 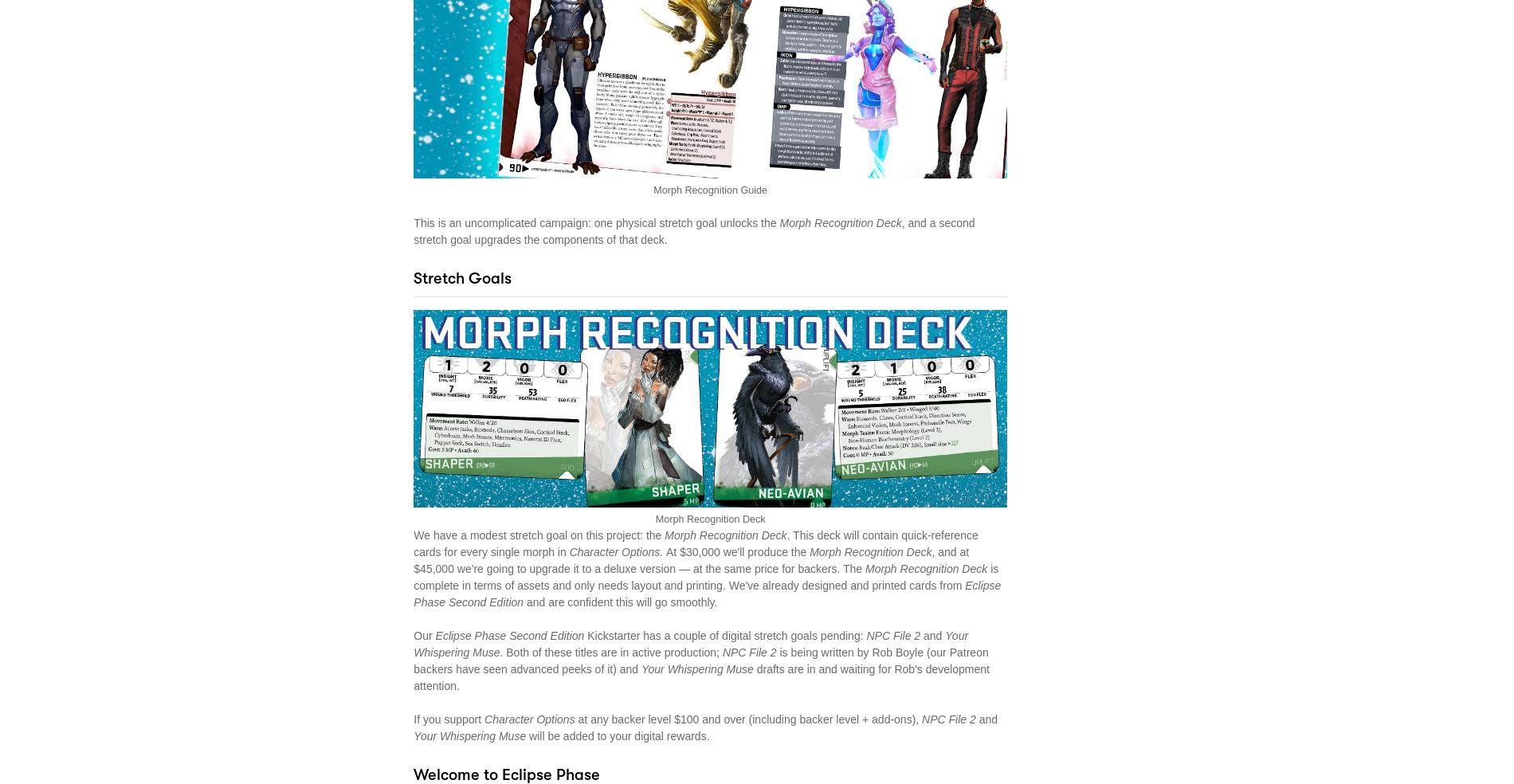 What do you see at coordinates (690, 560) in the screenshot?
I see `', and at $45,000 we're going to upgrade it to a deluxe version — at the same price for backers. The'` at bounding box center [690, 560].